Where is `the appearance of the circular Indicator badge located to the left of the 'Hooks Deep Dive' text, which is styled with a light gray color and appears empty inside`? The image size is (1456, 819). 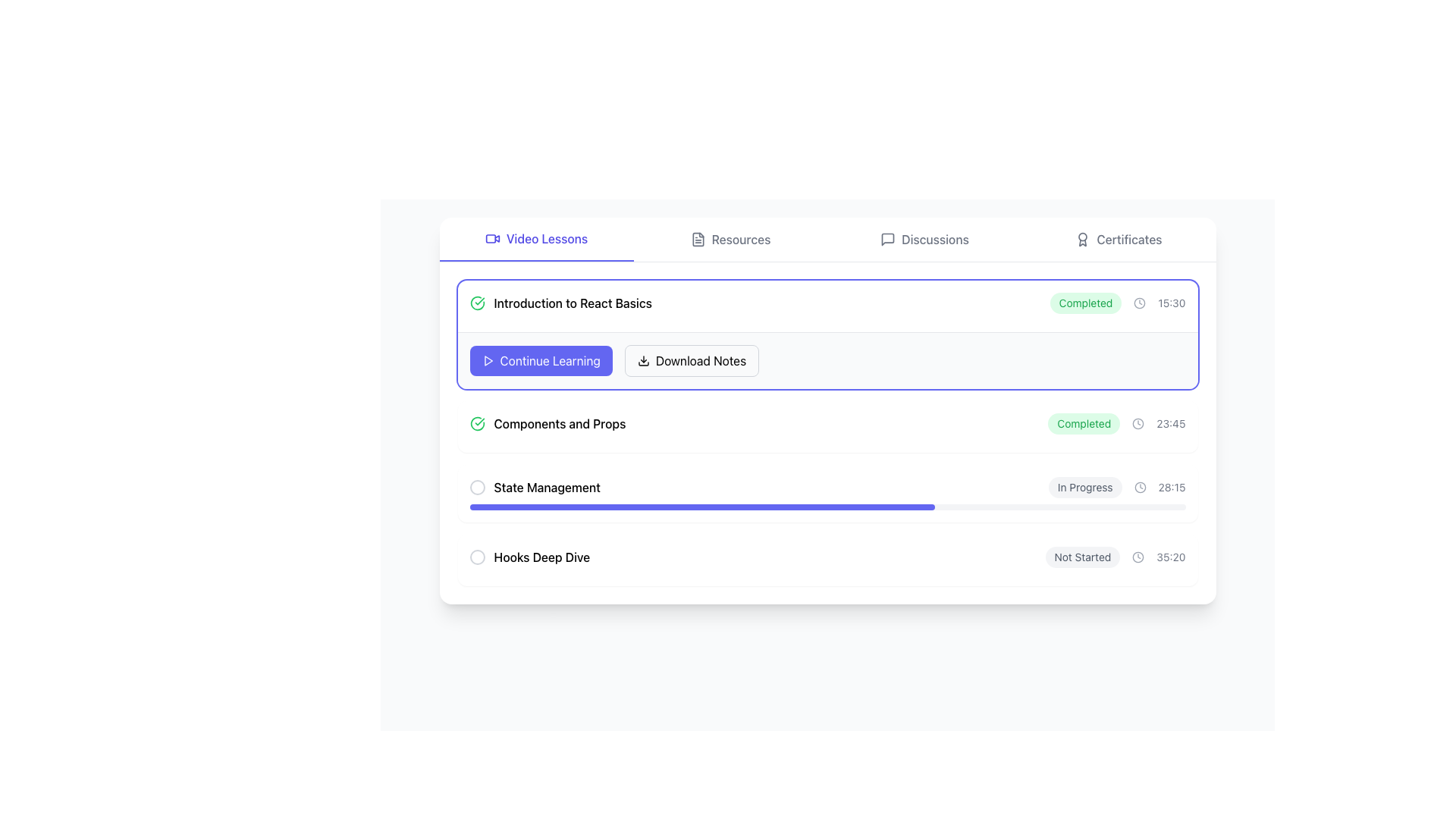 the appearance of the circular Indicator badge located to the left of the 'Hooks Deep Dive' text, which is styled with a light gray color and appears empty inside is located at coordinates (476, 557).